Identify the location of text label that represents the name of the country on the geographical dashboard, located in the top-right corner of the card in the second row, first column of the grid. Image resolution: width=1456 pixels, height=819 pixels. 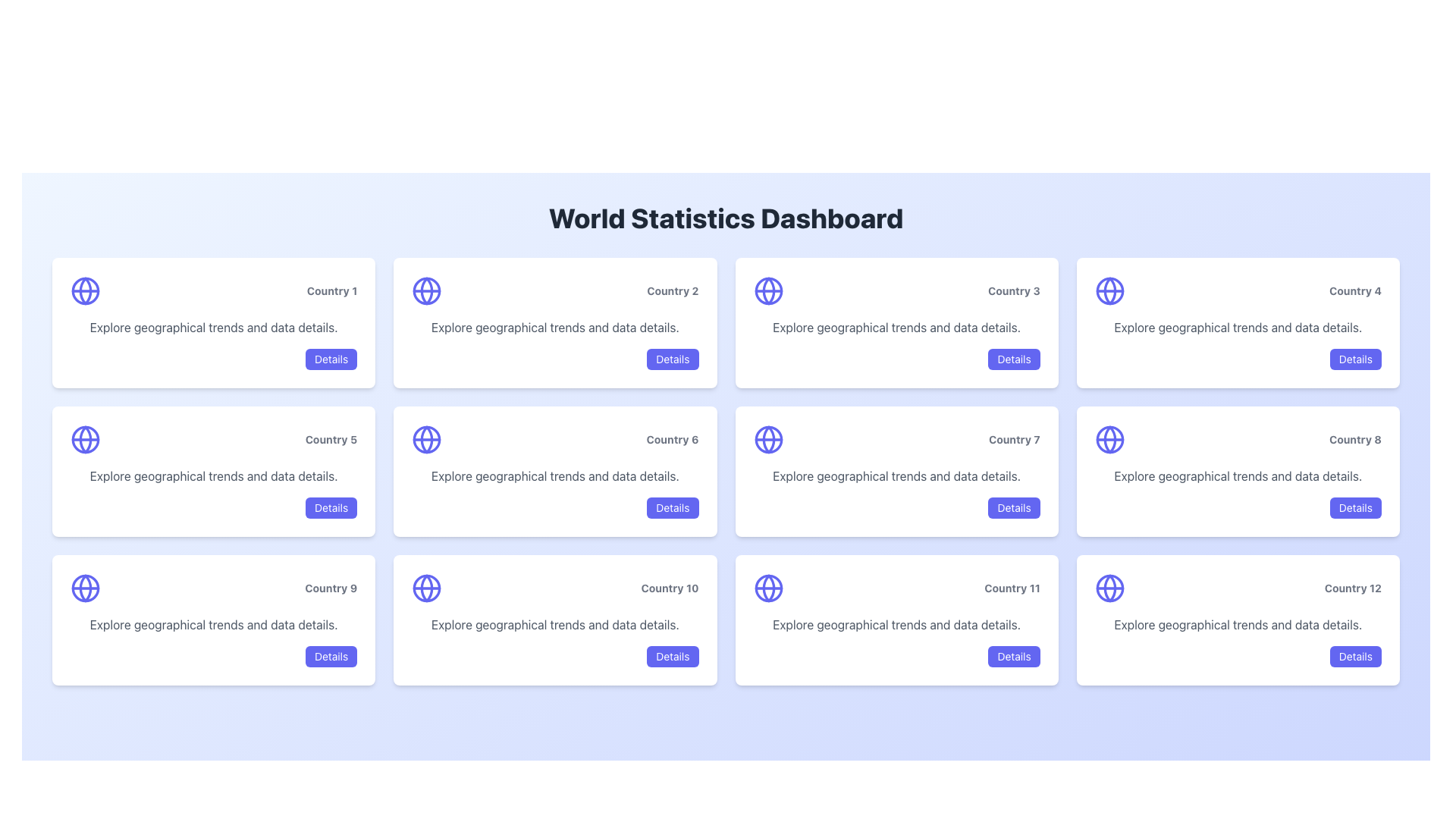
(330, 439).